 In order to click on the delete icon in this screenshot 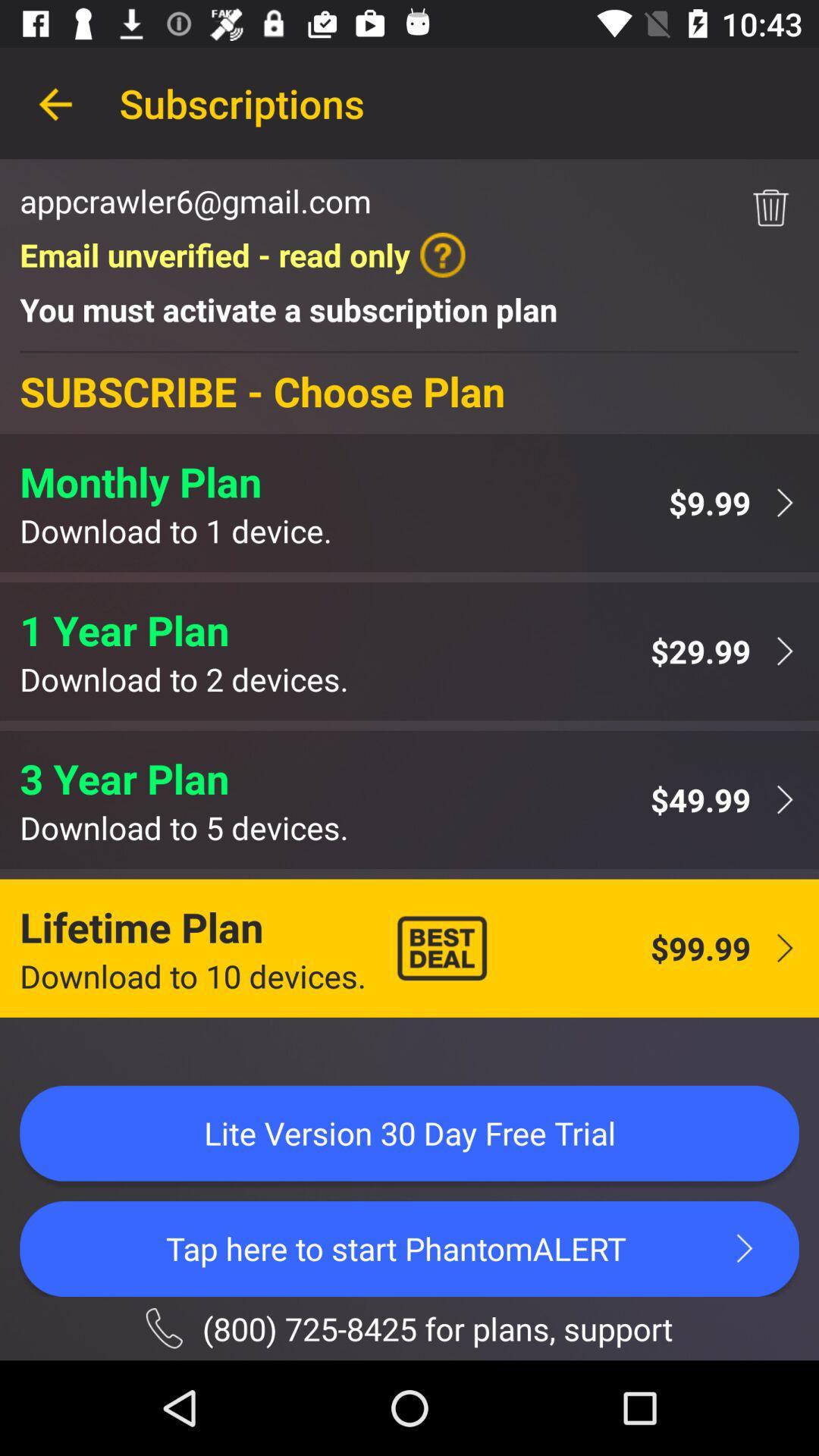, I will do `click(770, 207)`.